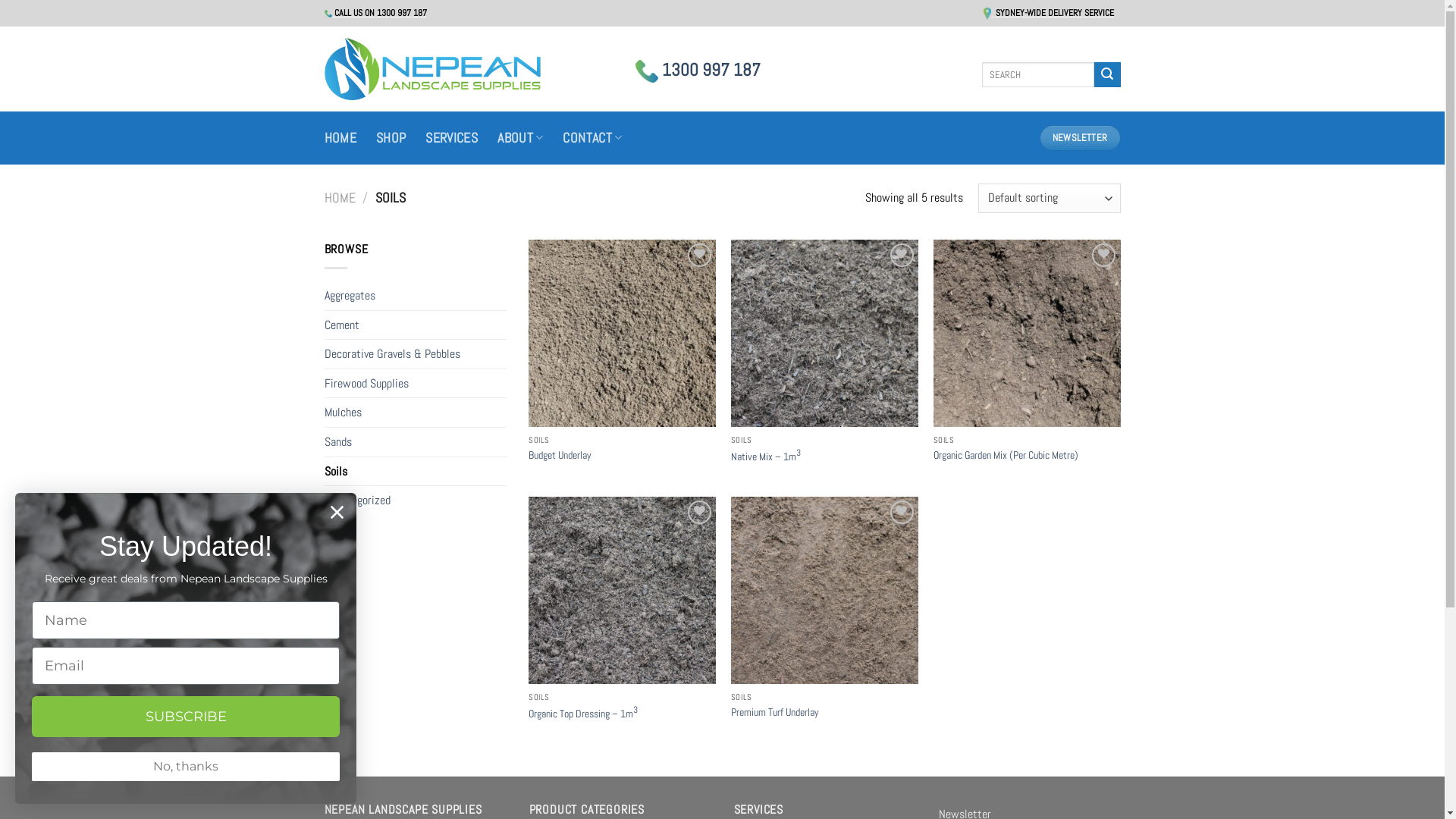 Image resolution: width=1456 pixels, height=819 pixels. What do you see at coordinates (184, 766) in the screenshot?
I see `'No, thanks'` at bounding box center [184, 766].